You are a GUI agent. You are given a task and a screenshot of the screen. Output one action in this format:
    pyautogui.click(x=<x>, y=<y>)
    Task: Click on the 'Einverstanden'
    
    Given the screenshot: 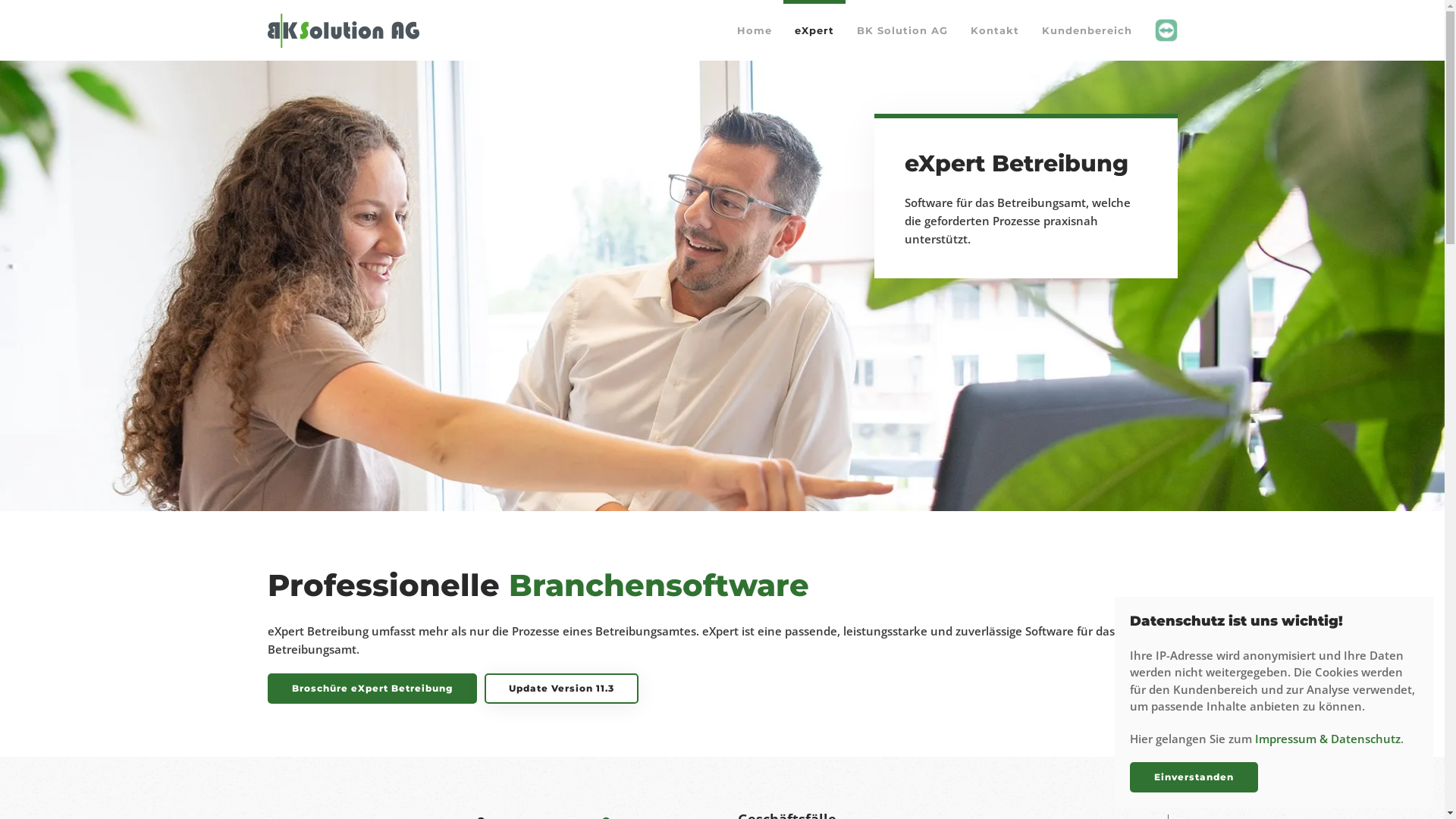 What is the action you would take?
    pyautogui.click(x=1193, y=777)
    